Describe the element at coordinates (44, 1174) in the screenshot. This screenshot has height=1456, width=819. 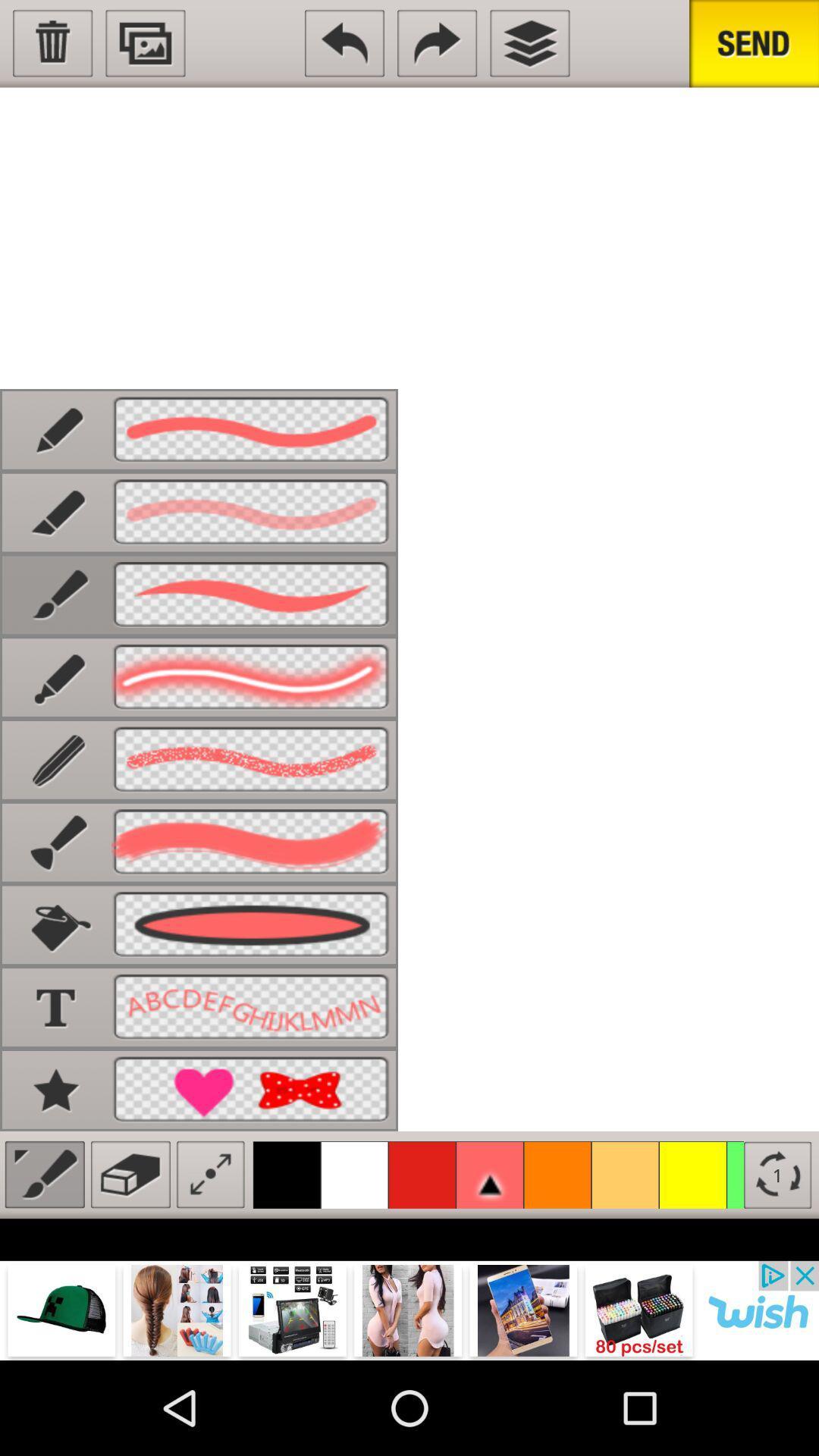
I see `paint brush` at that location.